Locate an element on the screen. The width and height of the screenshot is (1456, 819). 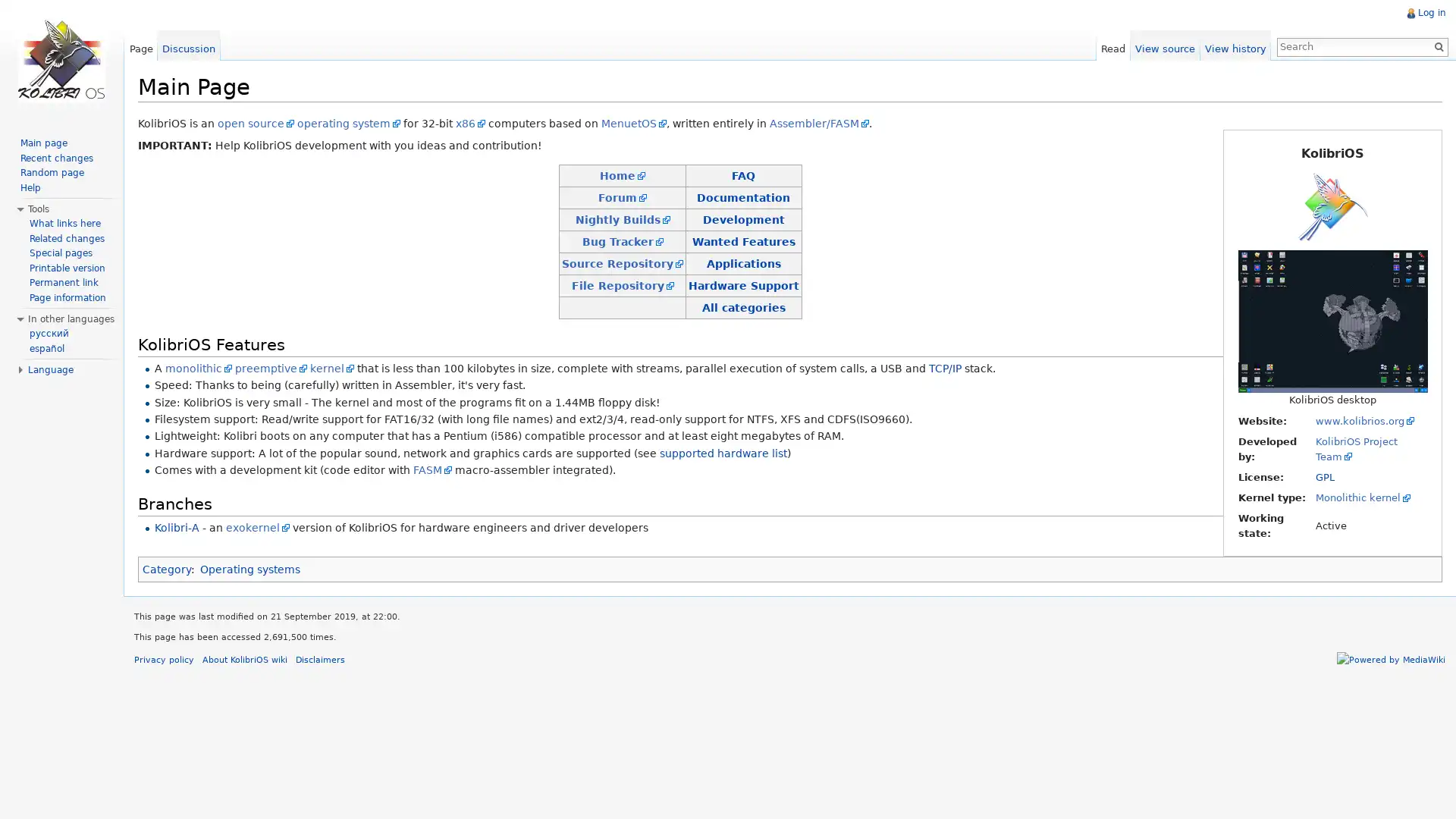
In other languages is located at coordinates (71, 318).